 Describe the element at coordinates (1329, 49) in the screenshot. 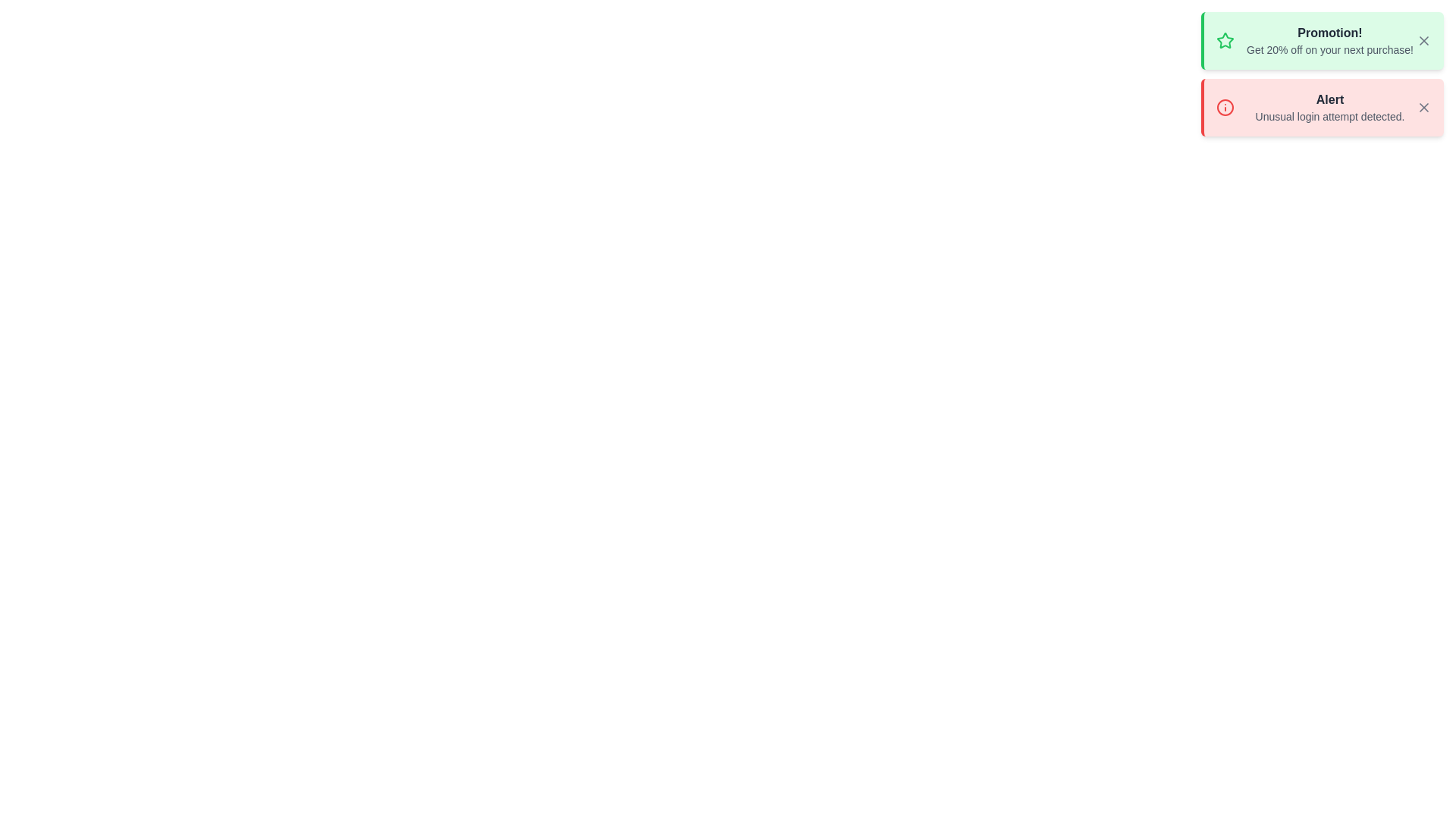

I see `the text label that says 'Get 20% off on your next purchase!' located under the title 'Promotion!' within a green background card` at that location.